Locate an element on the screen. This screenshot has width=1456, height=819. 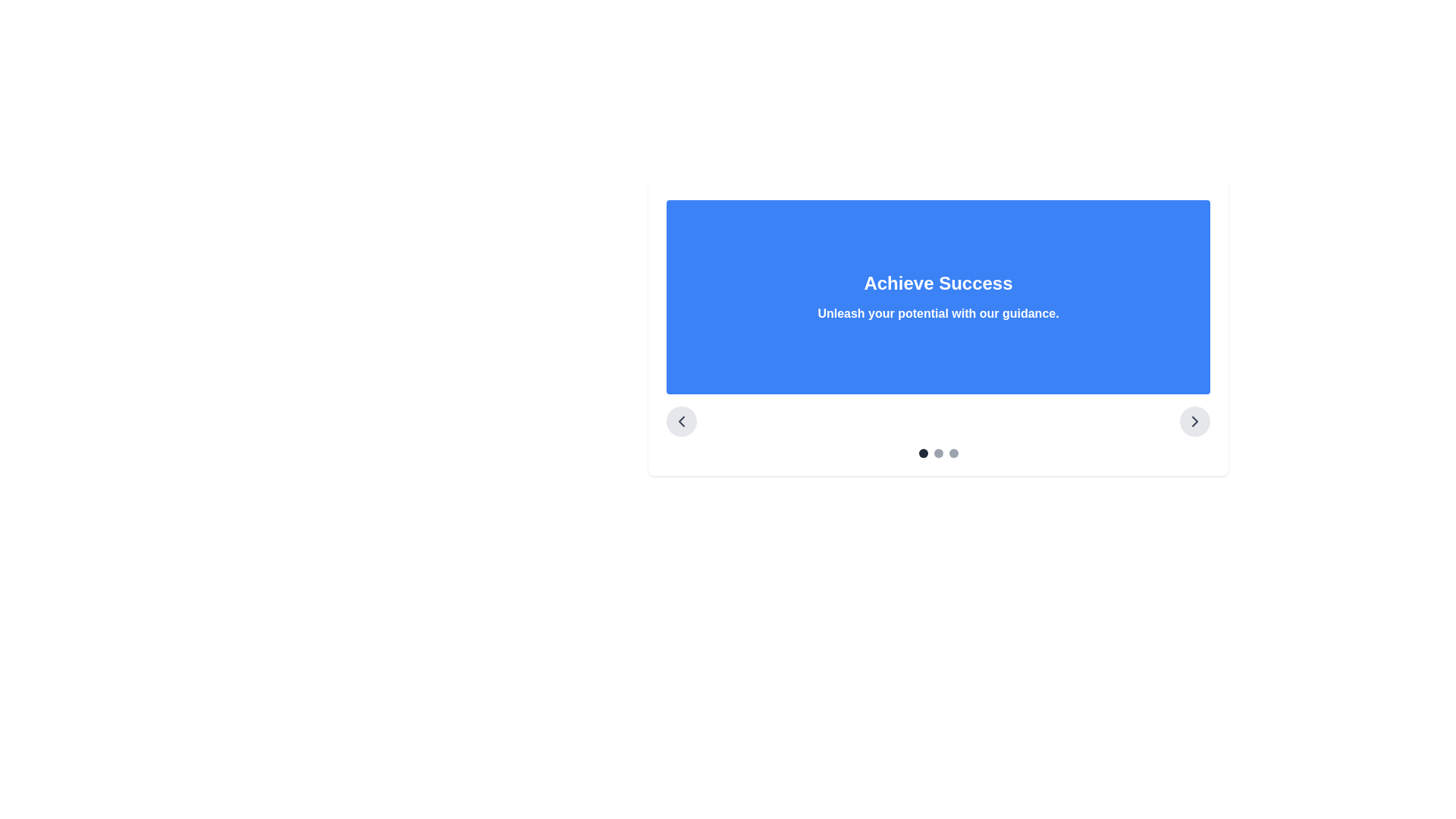
the previous slide navigation button located in the bottom-left corner of the slide navigation interface for keyboard interaction is located at coordinates (680, 421).